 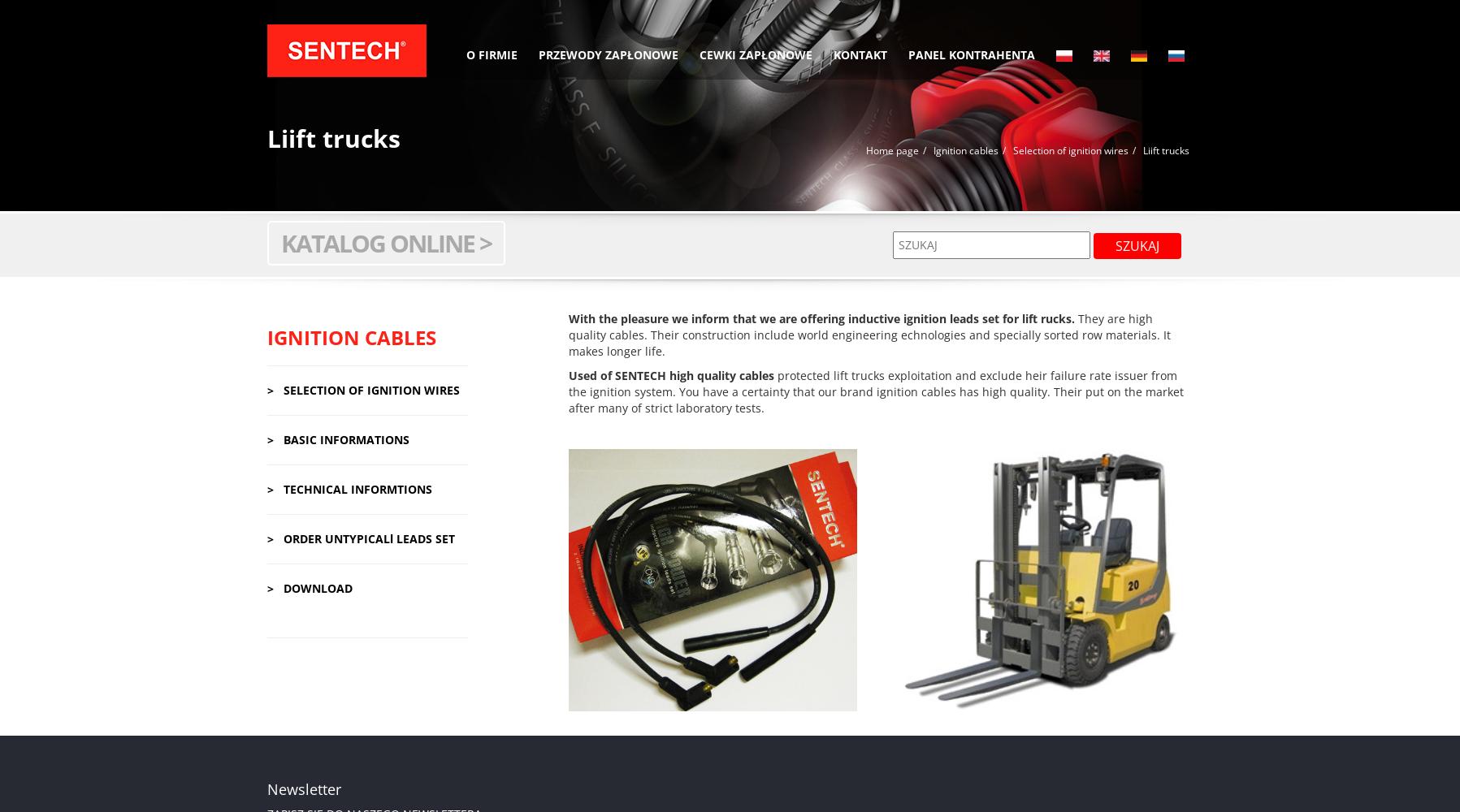 What do you see at coordinates (491, 54) in the screenshot?
I see `'O Firmie'` at bounding box center [491, 54].